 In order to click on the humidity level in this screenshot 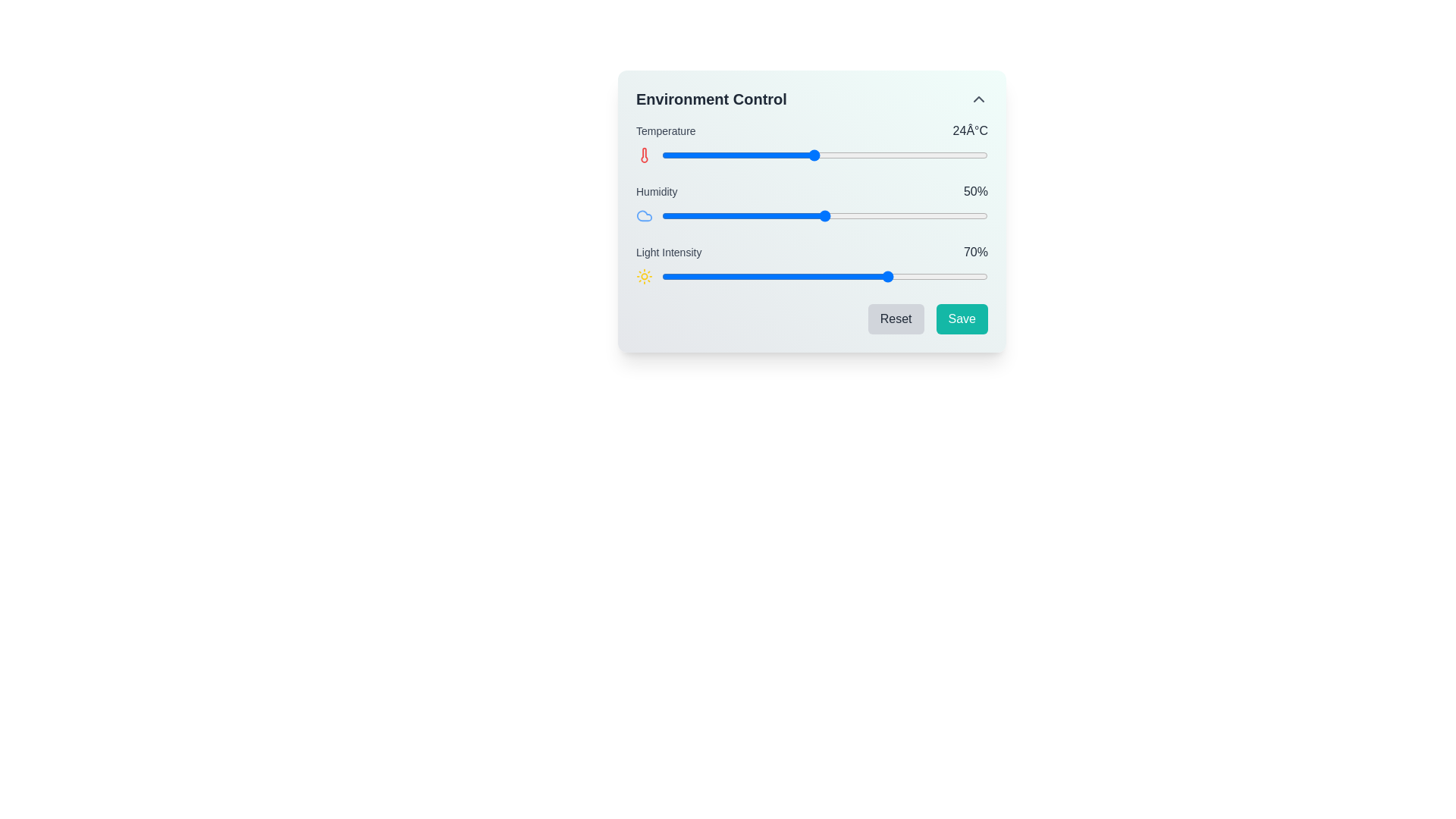, I will do `click(743, 216)`.